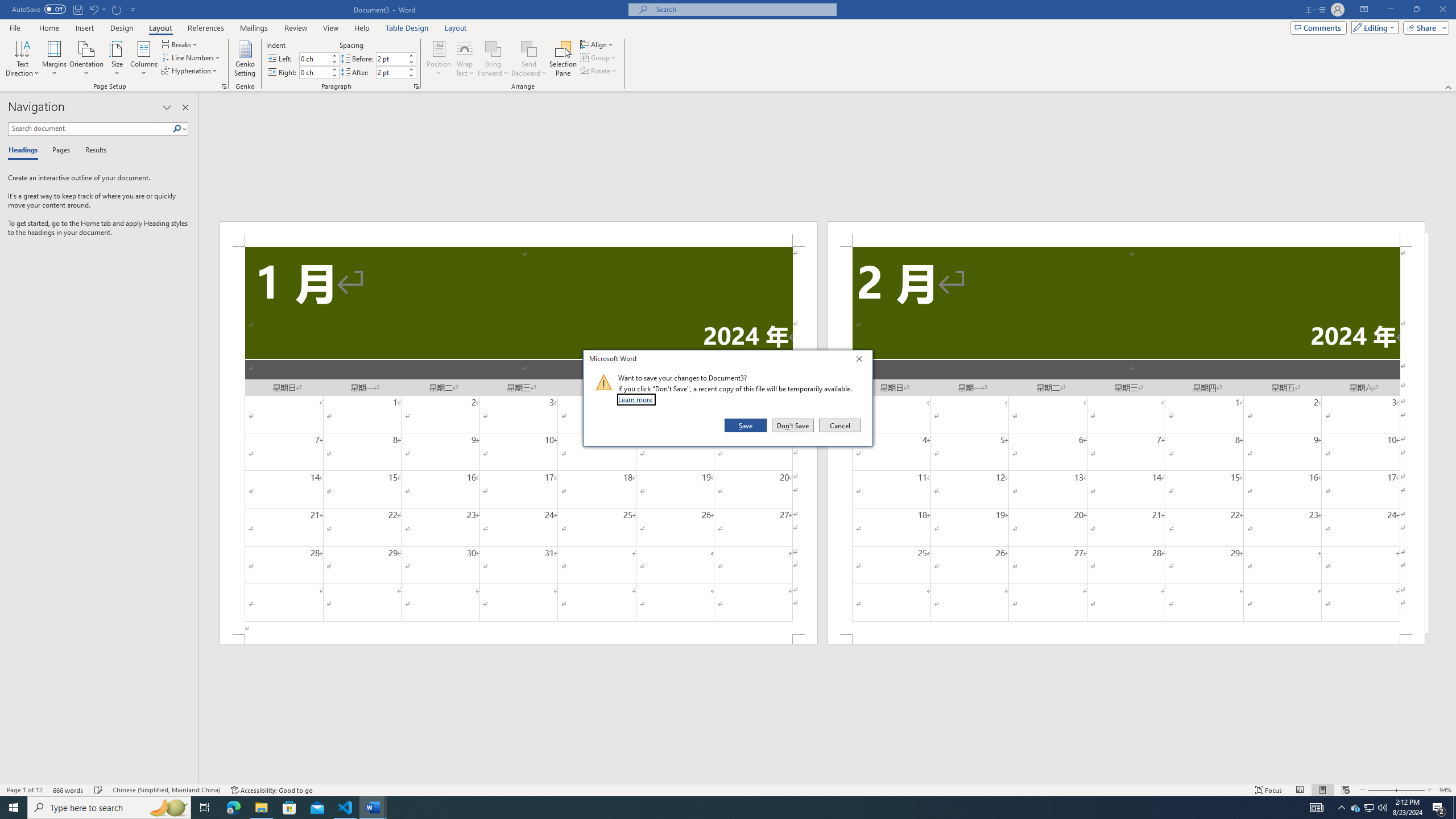 The height and width of the screenshot is (819, 1456). I want to click on 'Q2790: 100%', so click(1381, 806).